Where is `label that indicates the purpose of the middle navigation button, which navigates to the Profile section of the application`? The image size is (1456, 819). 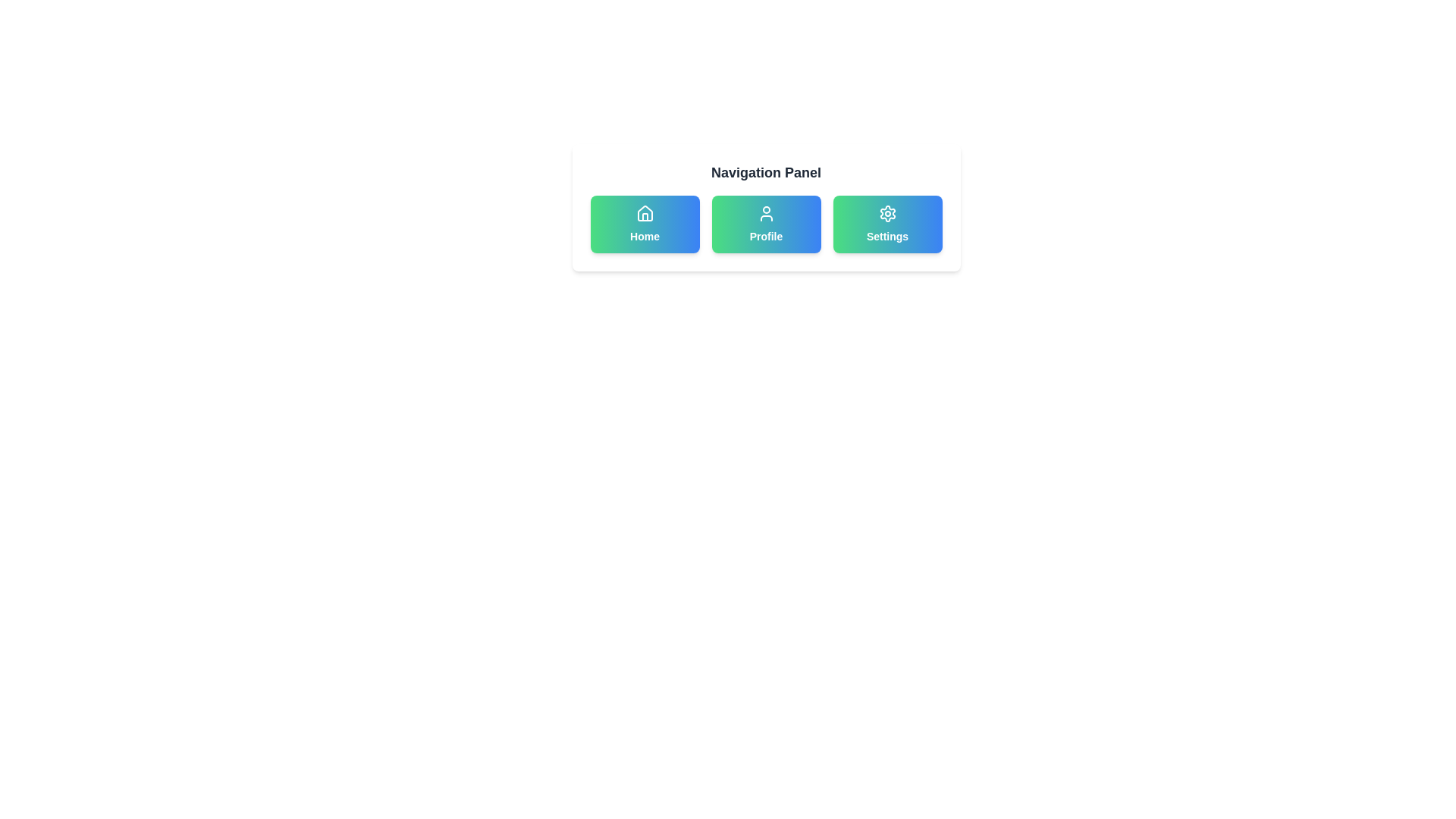
label that indicates the purpose of the middle navigation button, which navigates to the Profile section of the application is located at coordinates (766, 237).